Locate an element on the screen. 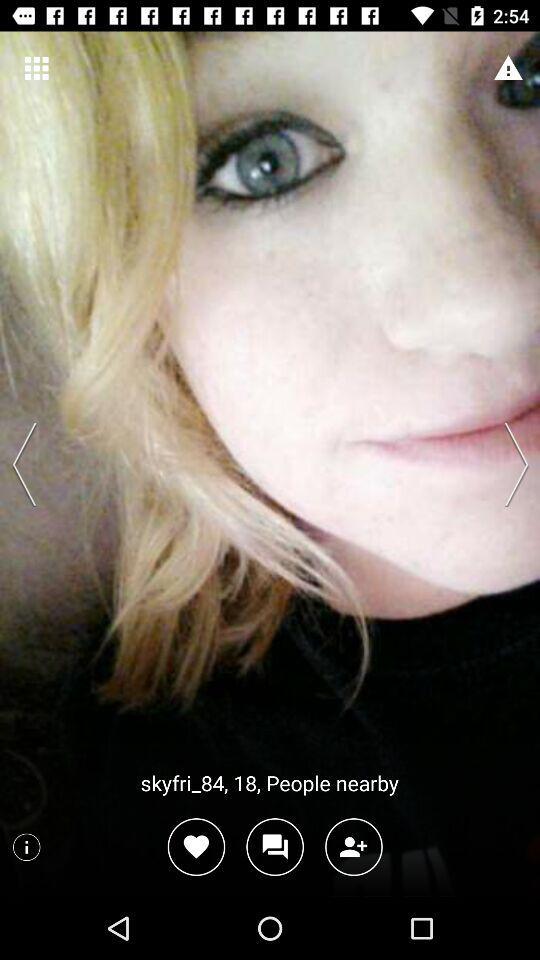  more information is located at coordinates (25, 846).